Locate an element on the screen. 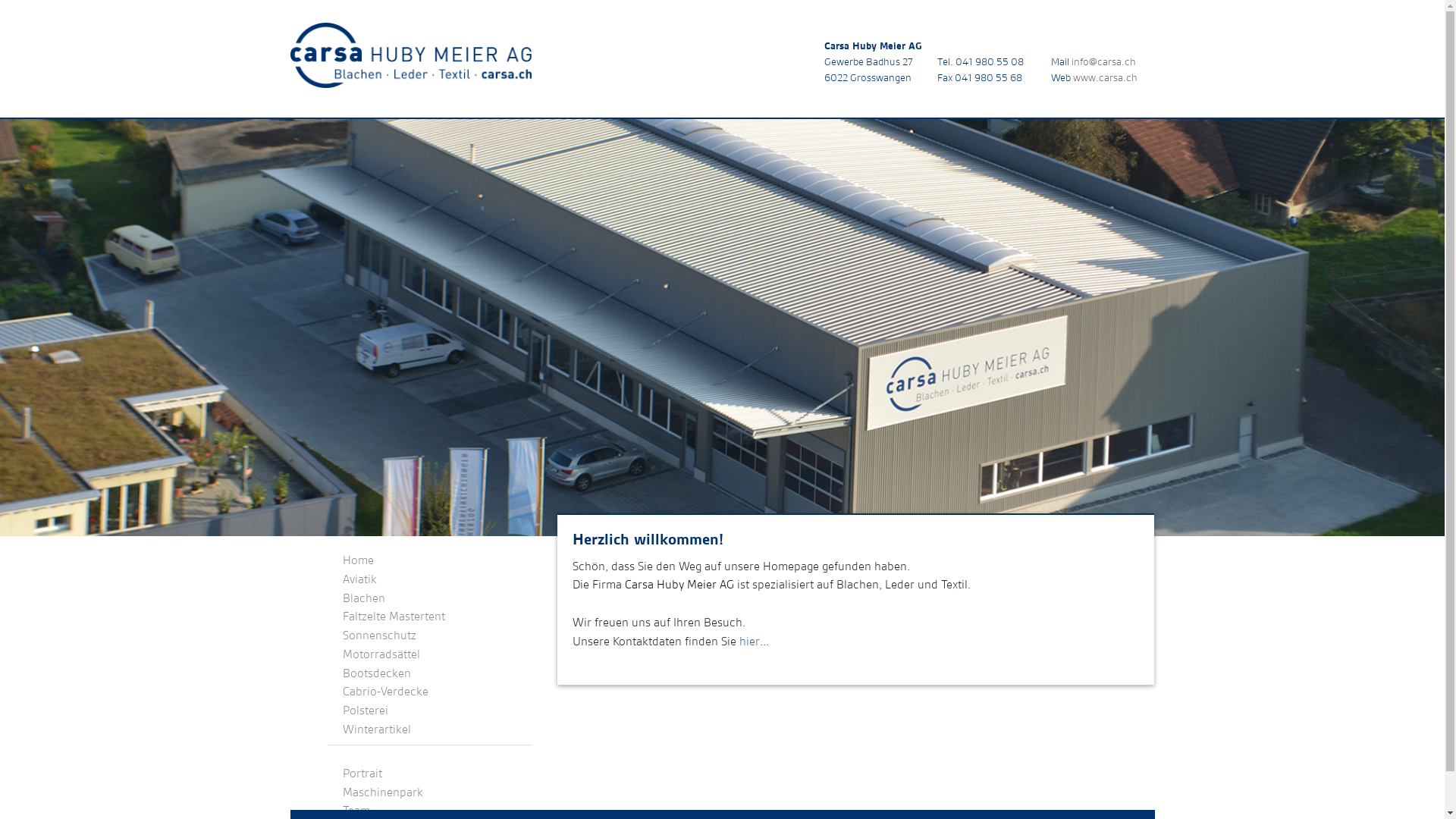 This screenshot has width=1456, height=819. 'hier' is located at coordinates (749, 641).